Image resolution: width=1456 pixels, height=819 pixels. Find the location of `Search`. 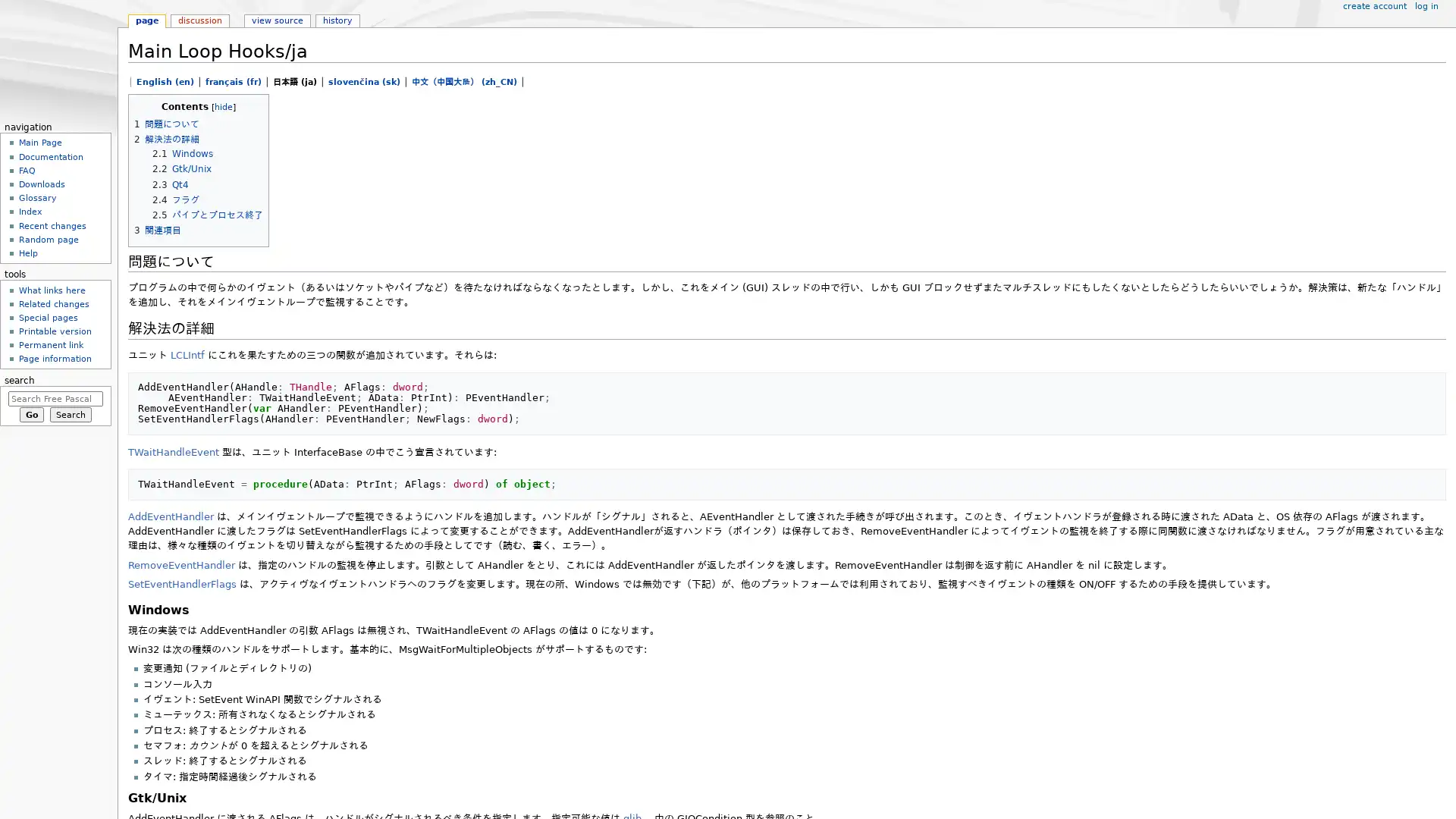

Search is located at coordinates (70, 414).